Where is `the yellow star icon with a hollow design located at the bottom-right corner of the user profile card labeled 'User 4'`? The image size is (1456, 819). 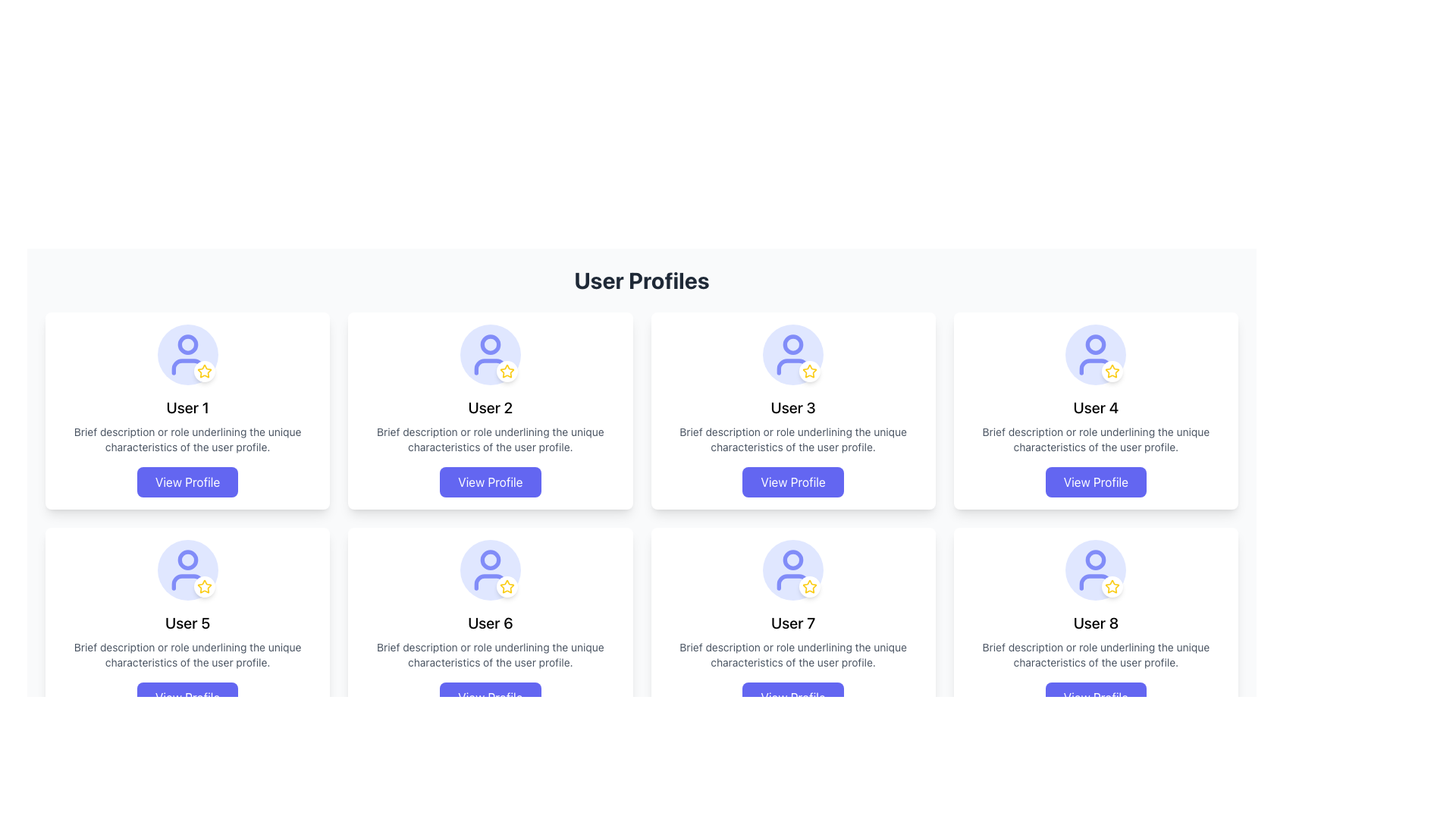
the yellow star icon with a hollow design located at the bottom-right corner of the user profile card labeled 'User 4' is located at coordinates (1112, 371).